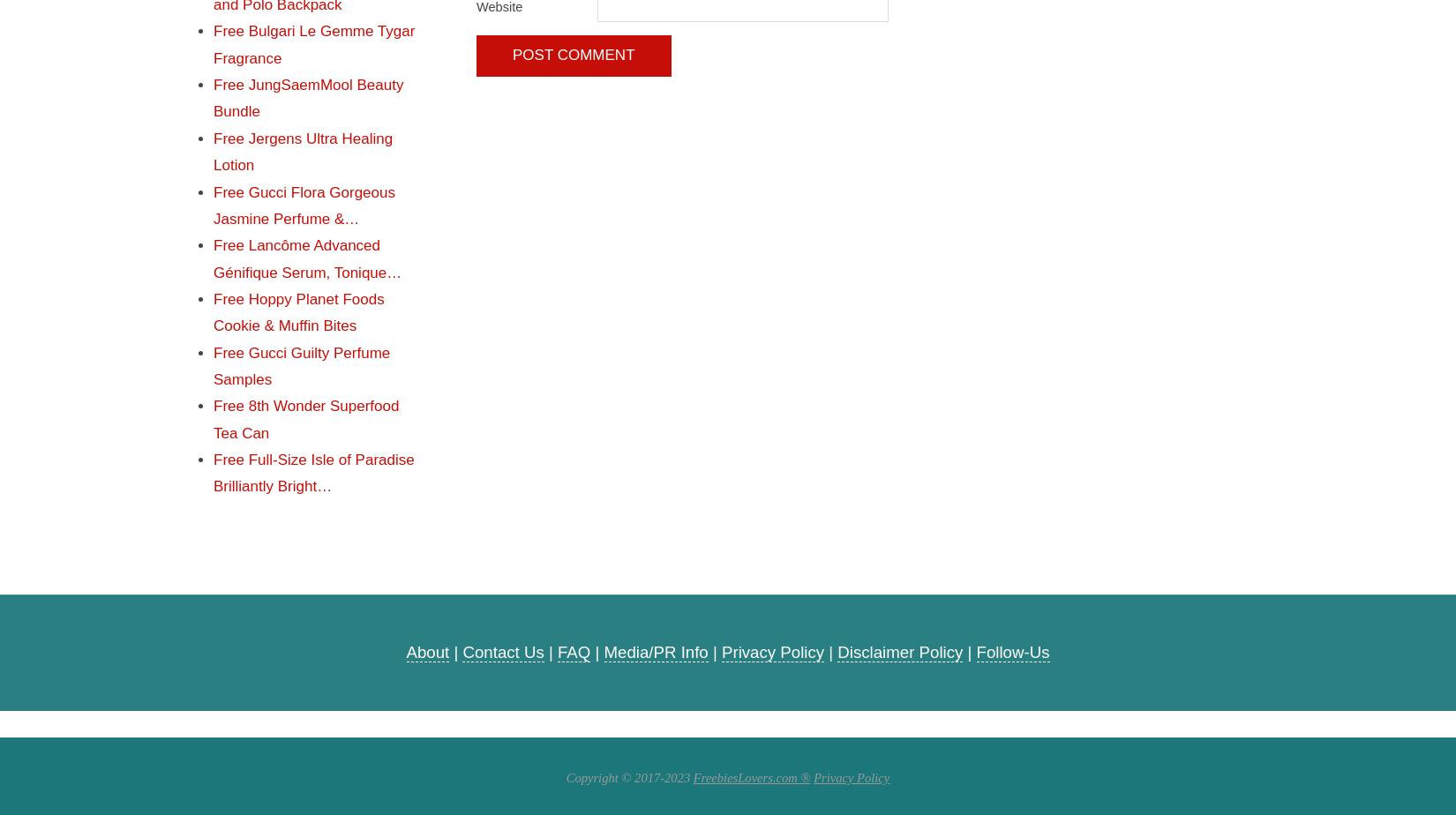  What do you see at coordinates (627, 777) in the screenshot?
I see `'Copyright © 2017-2023'` at bounding box center [627, 777].